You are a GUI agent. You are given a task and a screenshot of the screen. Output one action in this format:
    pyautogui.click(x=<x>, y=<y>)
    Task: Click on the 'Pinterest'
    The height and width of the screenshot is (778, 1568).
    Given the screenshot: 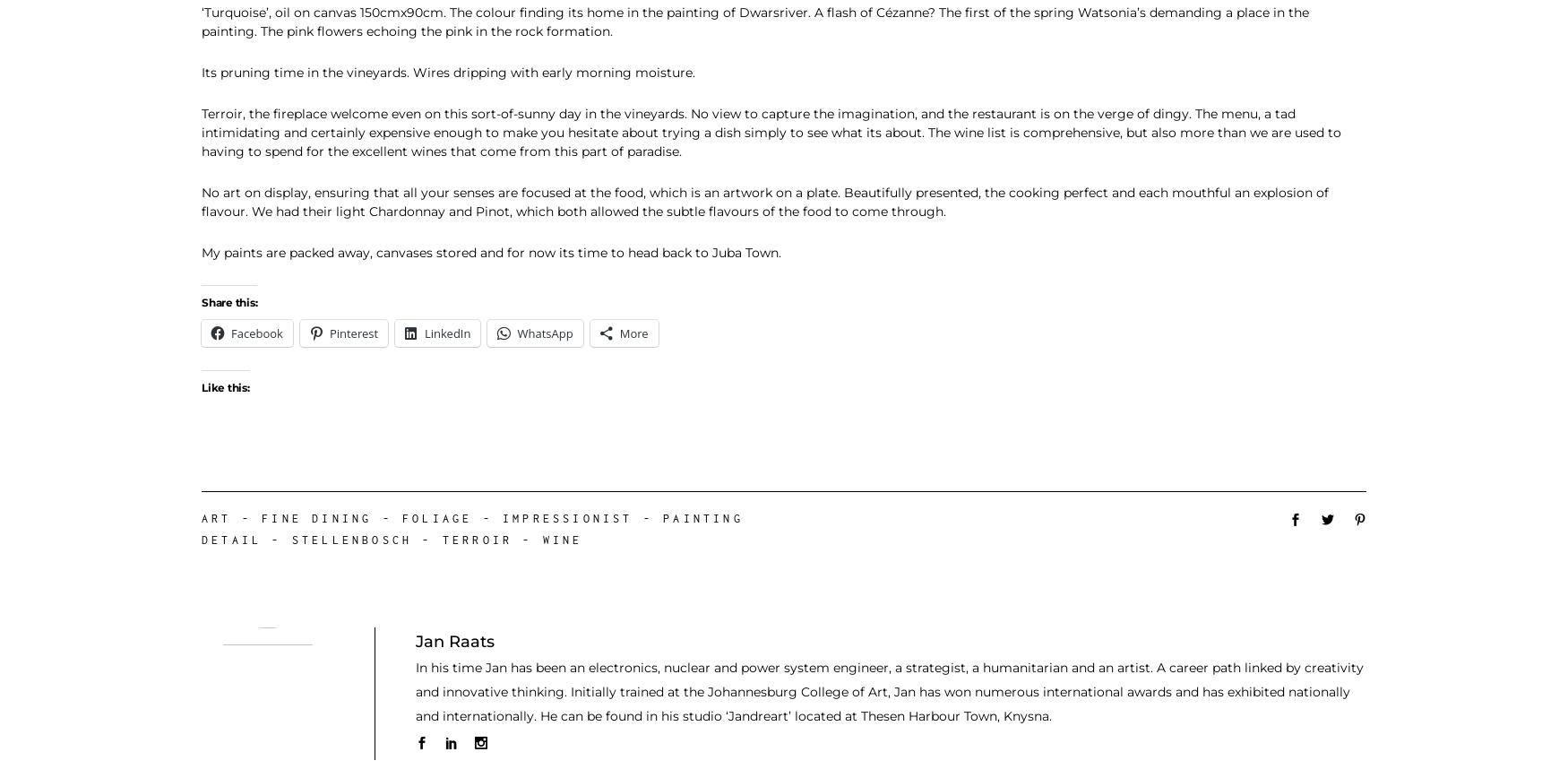 What is the action you would take?
    pyautogui.click(x=328, y=333)
    